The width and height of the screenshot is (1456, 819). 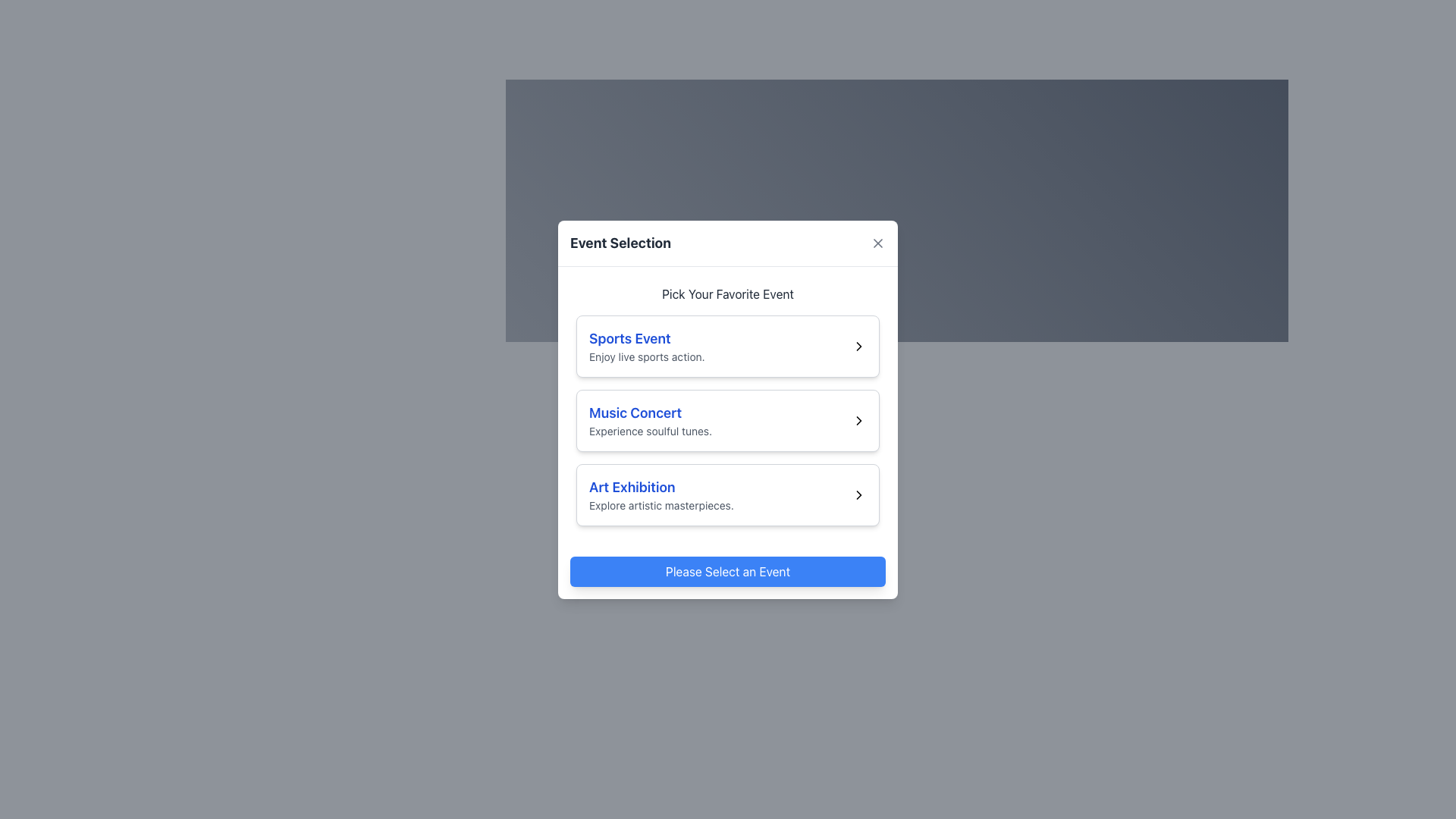 What do you see at coordinates (651, 413) in the screenshot?
I see `the Text Label that serves as the title for the event section within the modal dialog, located under the 'Event Selection' header and above 'Art Exhibition'` at bounding box center [651, 413].